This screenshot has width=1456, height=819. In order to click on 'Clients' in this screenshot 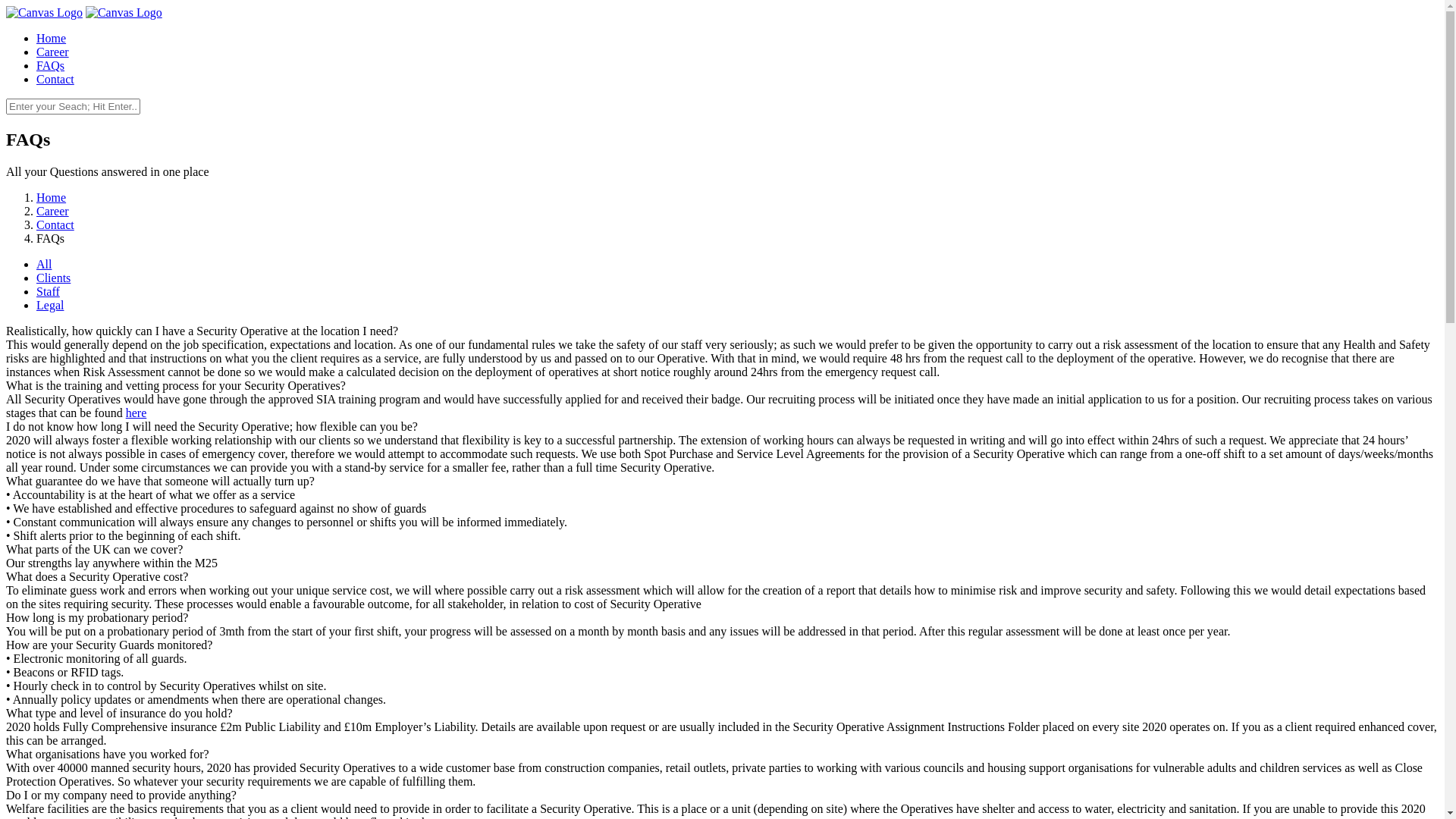, I will do `click(53, 278)`.